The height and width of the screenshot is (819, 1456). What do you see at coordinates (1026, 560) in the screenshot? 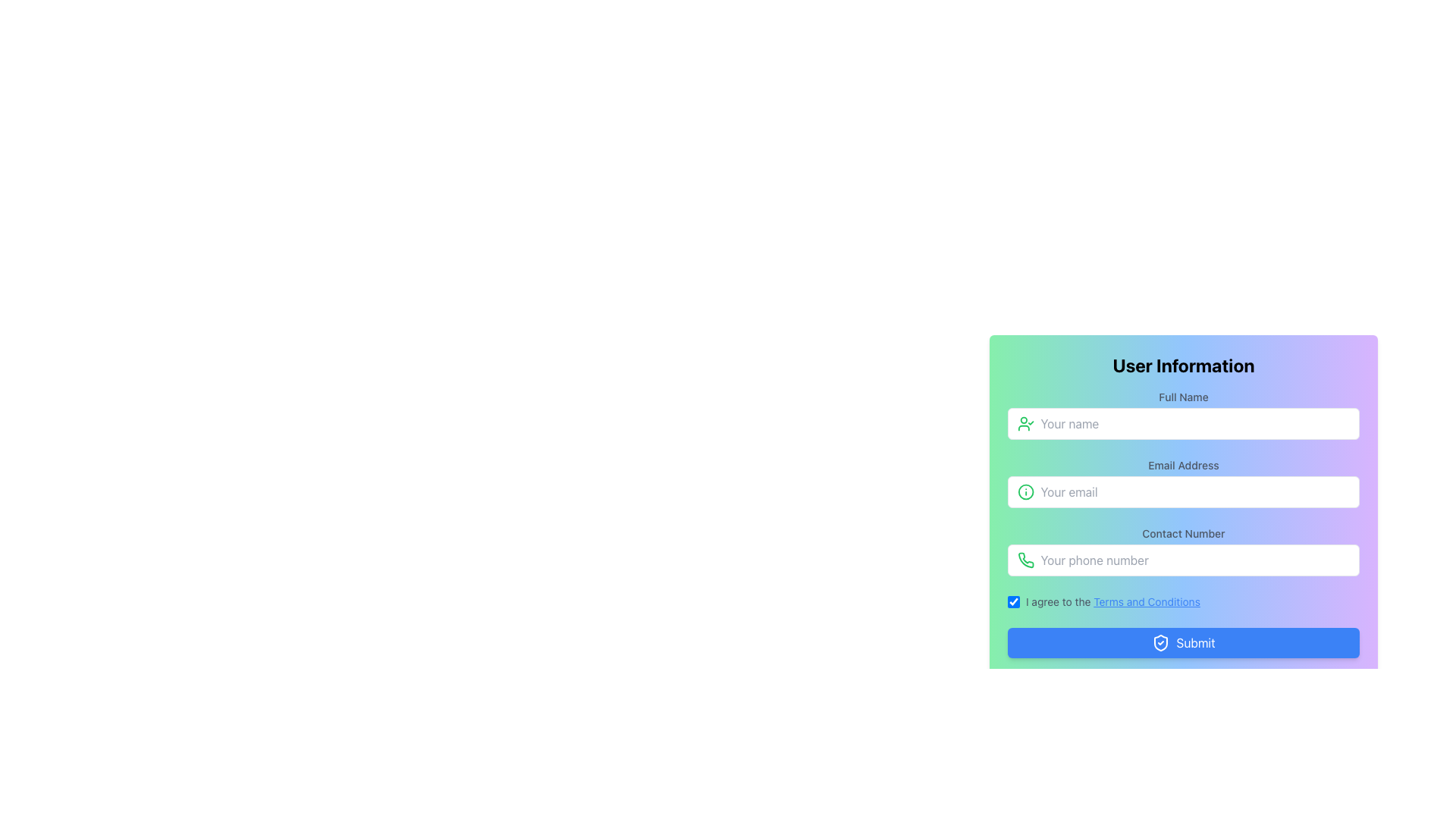
I see `the decorative indicator icon associated with the 'Your phone number' input field, positioned to the left of the input field under the 'Contact Number' label` at bounding box center [1026, 560].